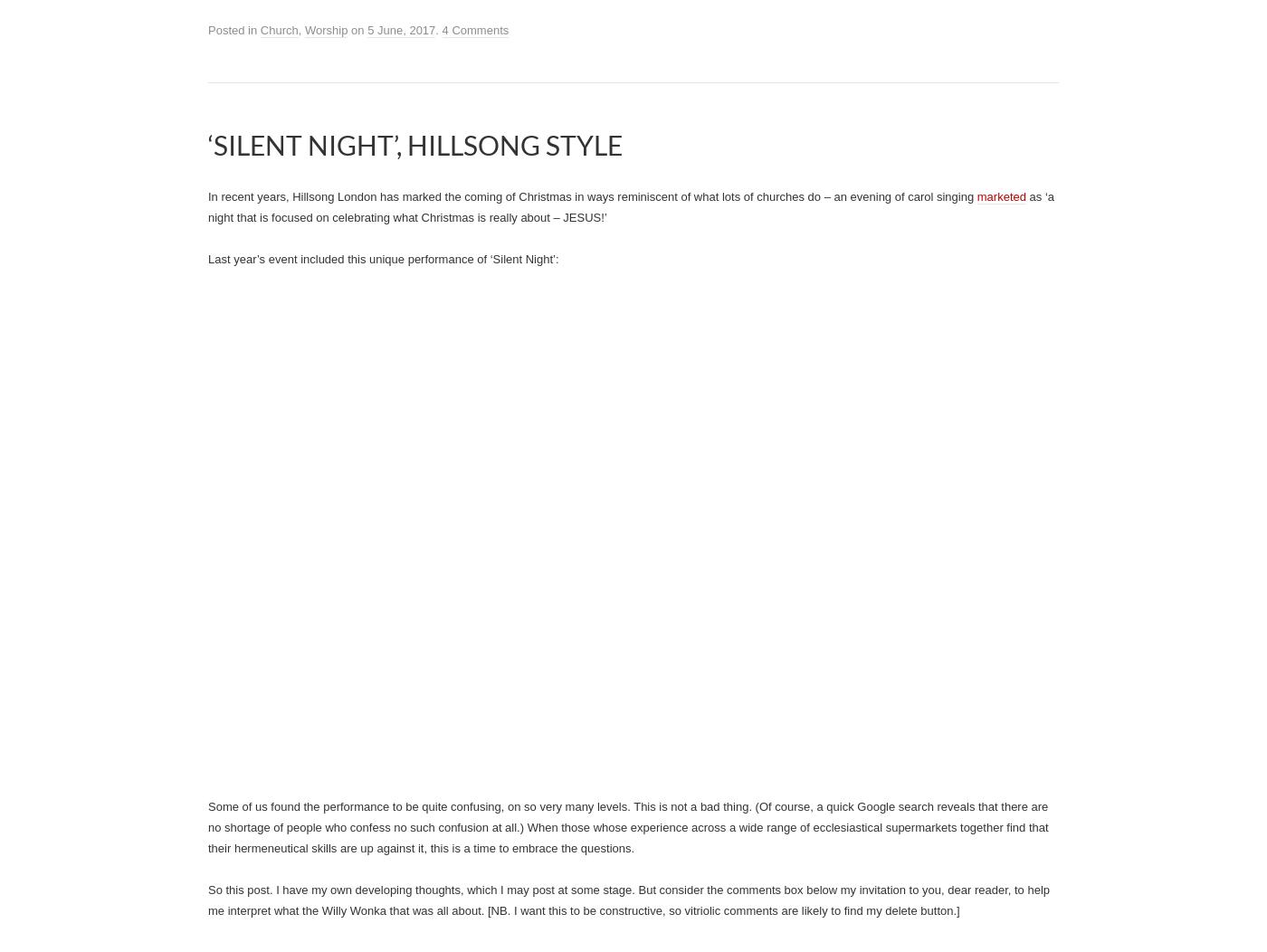 This screenshot has height=952, width=1267. What do you see at coordinates (300, 30) in the screenshot?
I see `','` at bounding box center [300, 30].